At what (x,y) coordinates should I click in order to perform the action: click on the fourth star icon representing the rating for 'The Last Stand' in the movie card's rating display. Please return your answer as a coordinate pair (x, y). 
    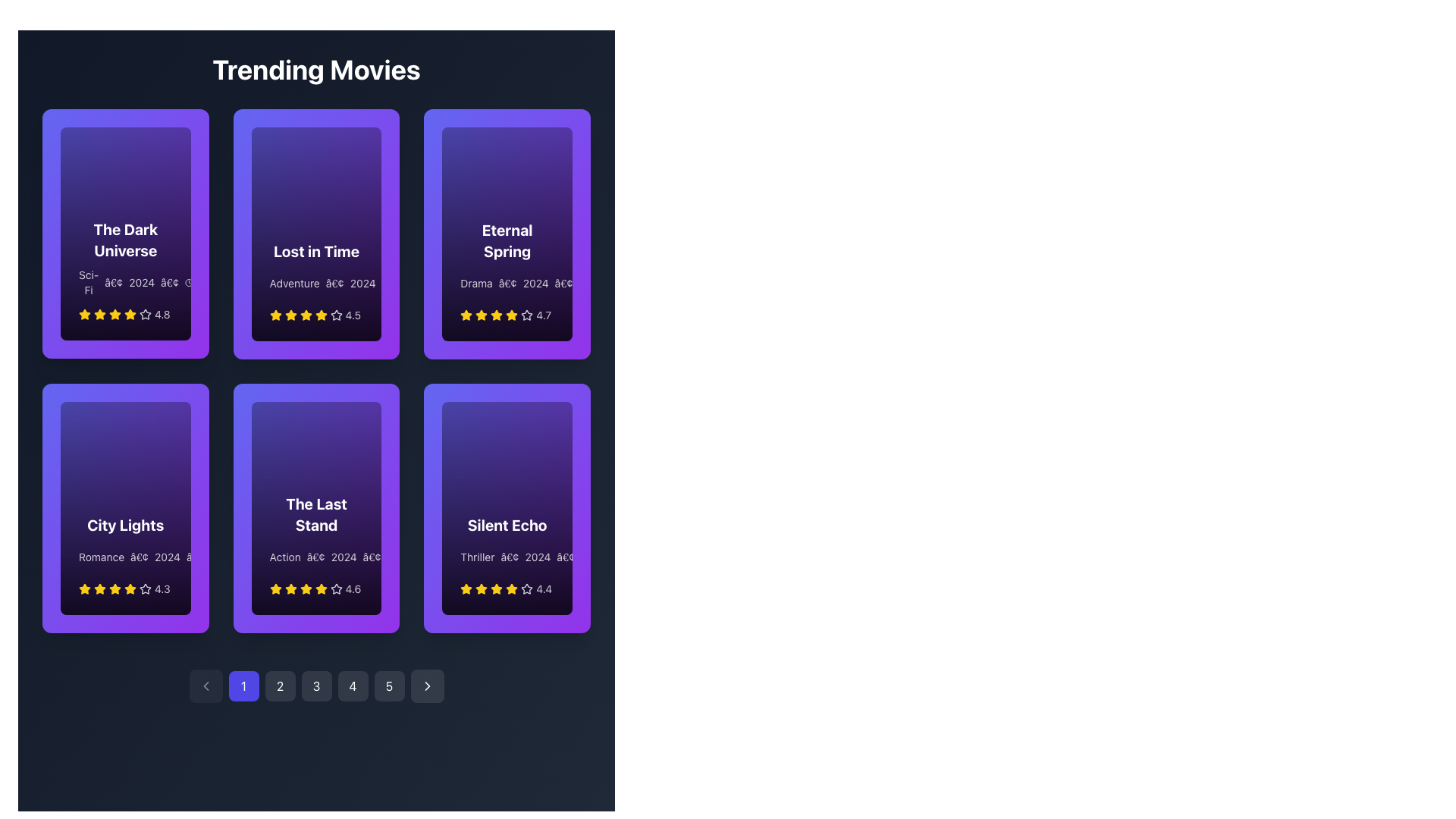
    Looking at the image, I should click on (320, 588).